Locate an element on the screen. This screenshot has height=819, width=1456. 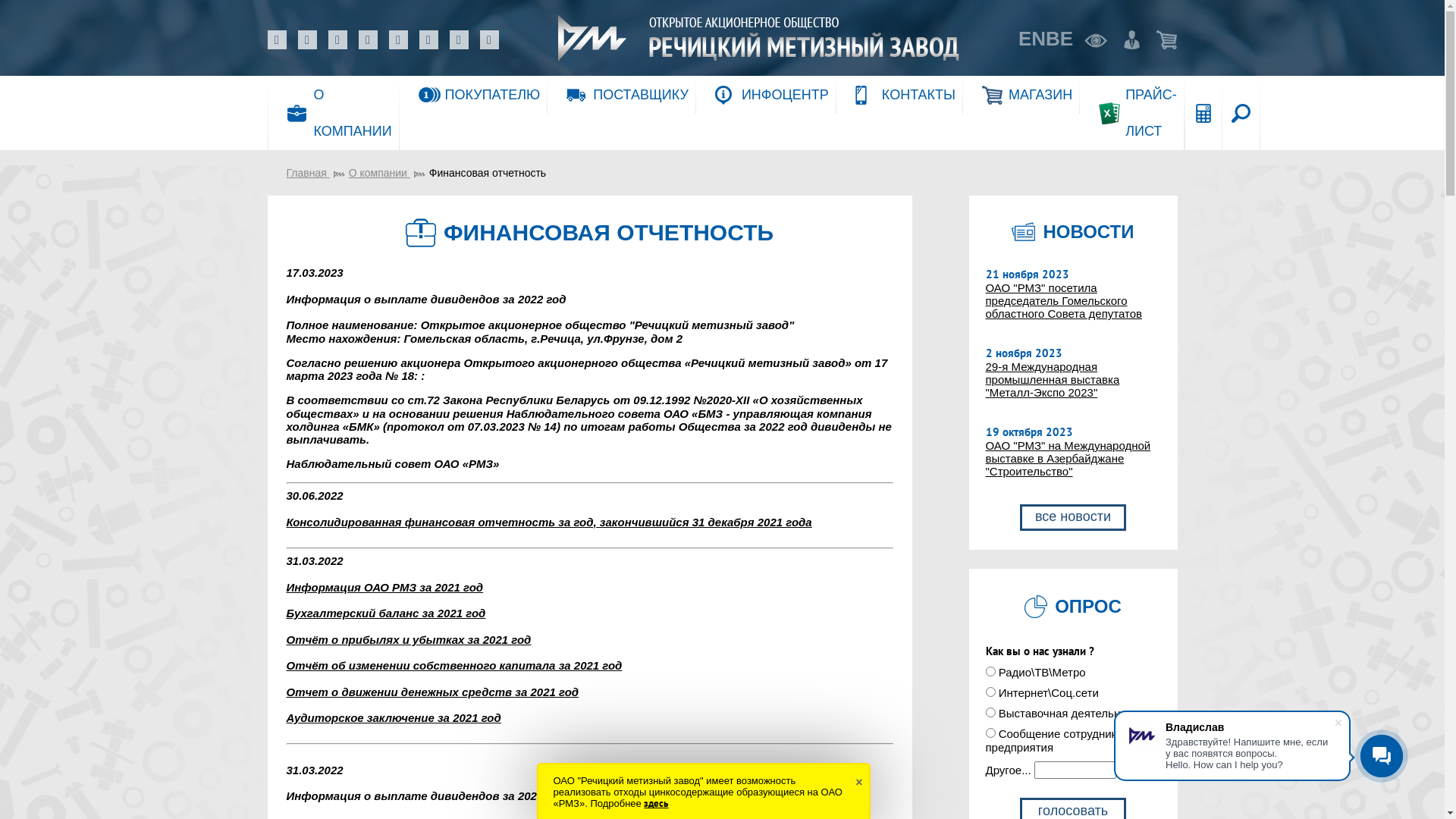
'Twitter' is located at coordinates (479, 39).